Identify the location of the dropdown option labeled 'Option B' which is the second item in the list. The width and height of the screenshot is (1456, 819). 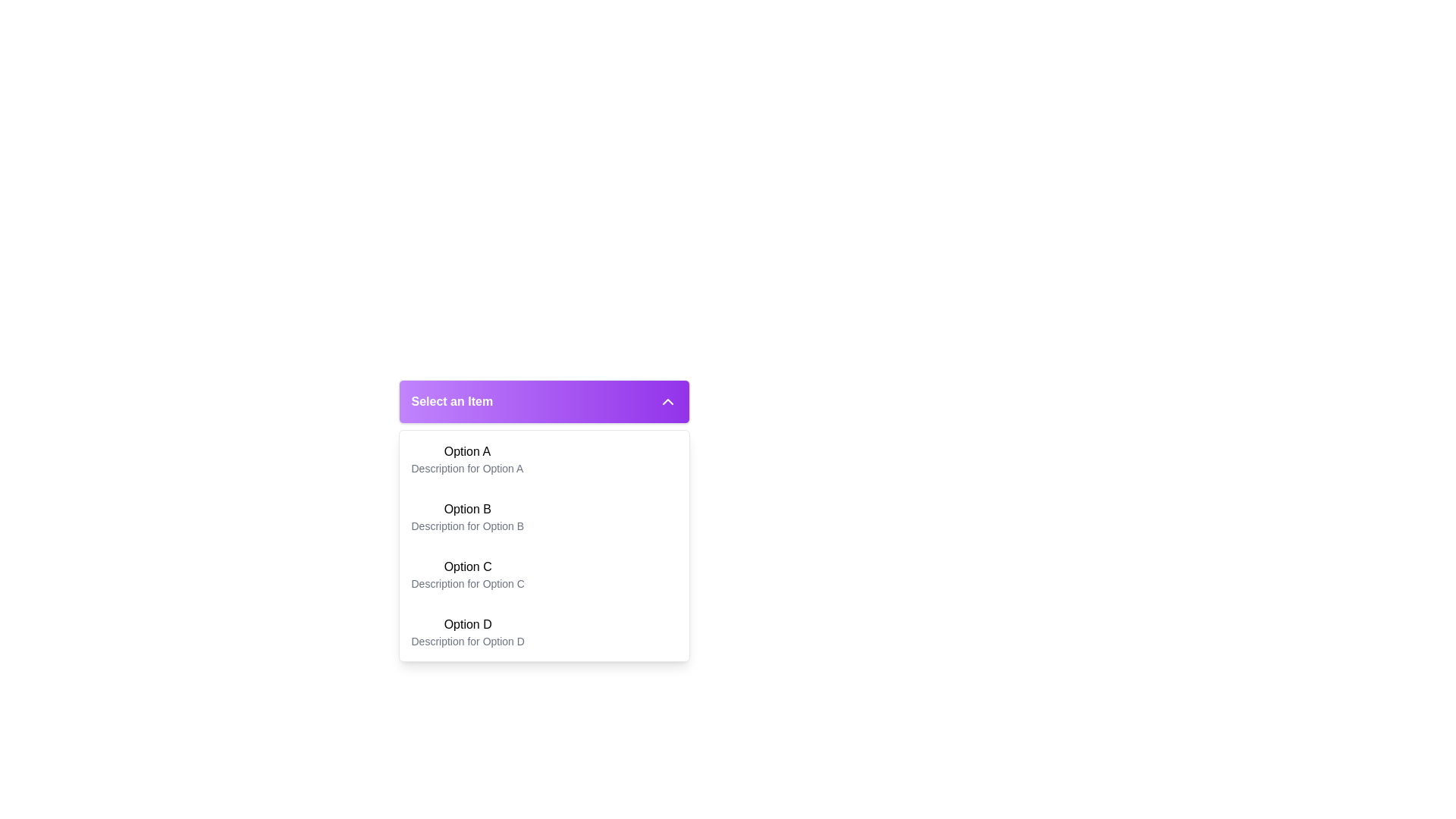
(544, 516).